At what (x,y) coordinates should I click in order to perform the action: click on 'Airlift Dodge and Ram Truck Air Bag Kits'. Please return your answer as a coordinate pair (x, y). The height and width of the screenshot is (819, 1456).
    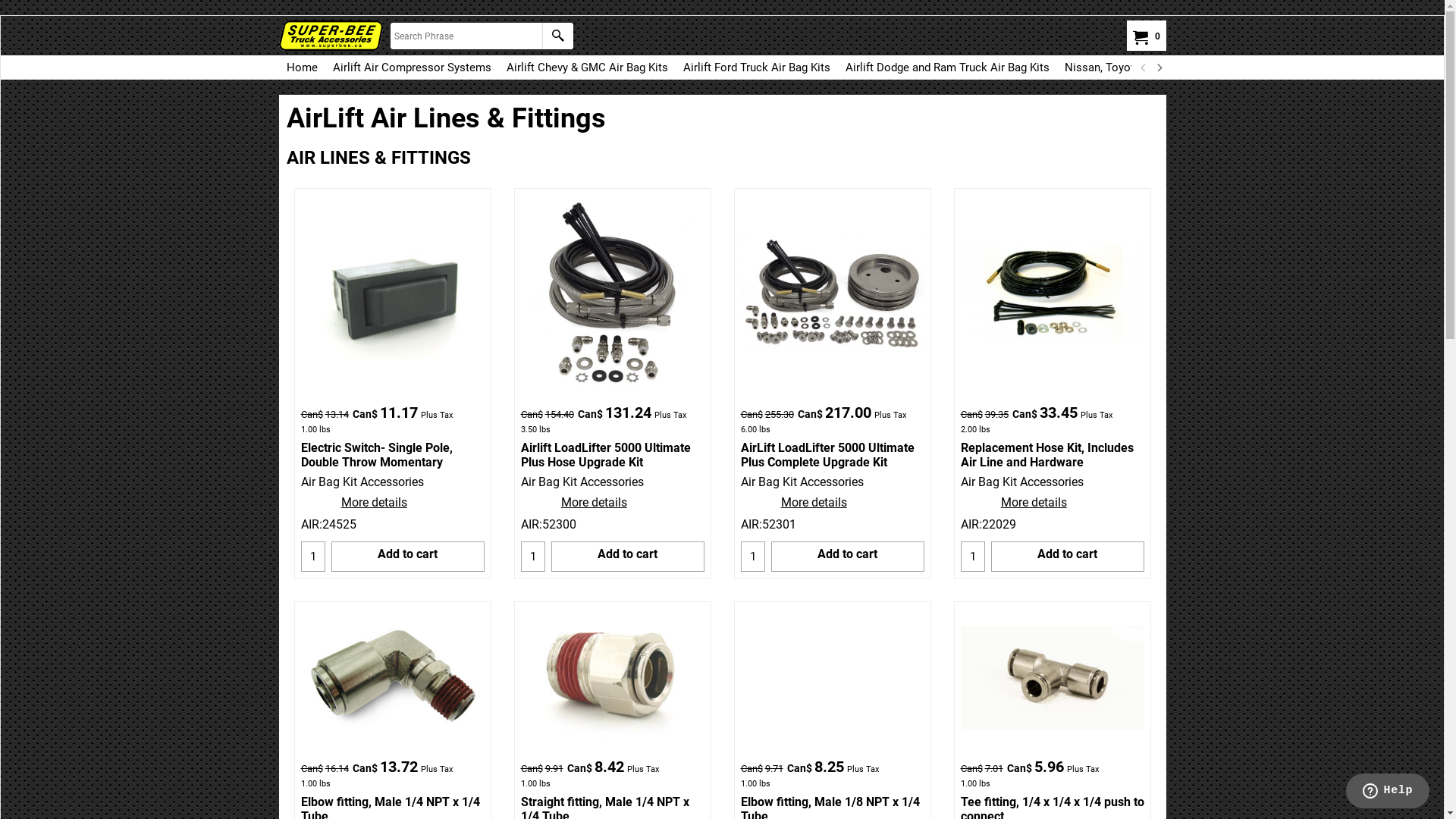
    Looking at the image, I should click on (946, 66).